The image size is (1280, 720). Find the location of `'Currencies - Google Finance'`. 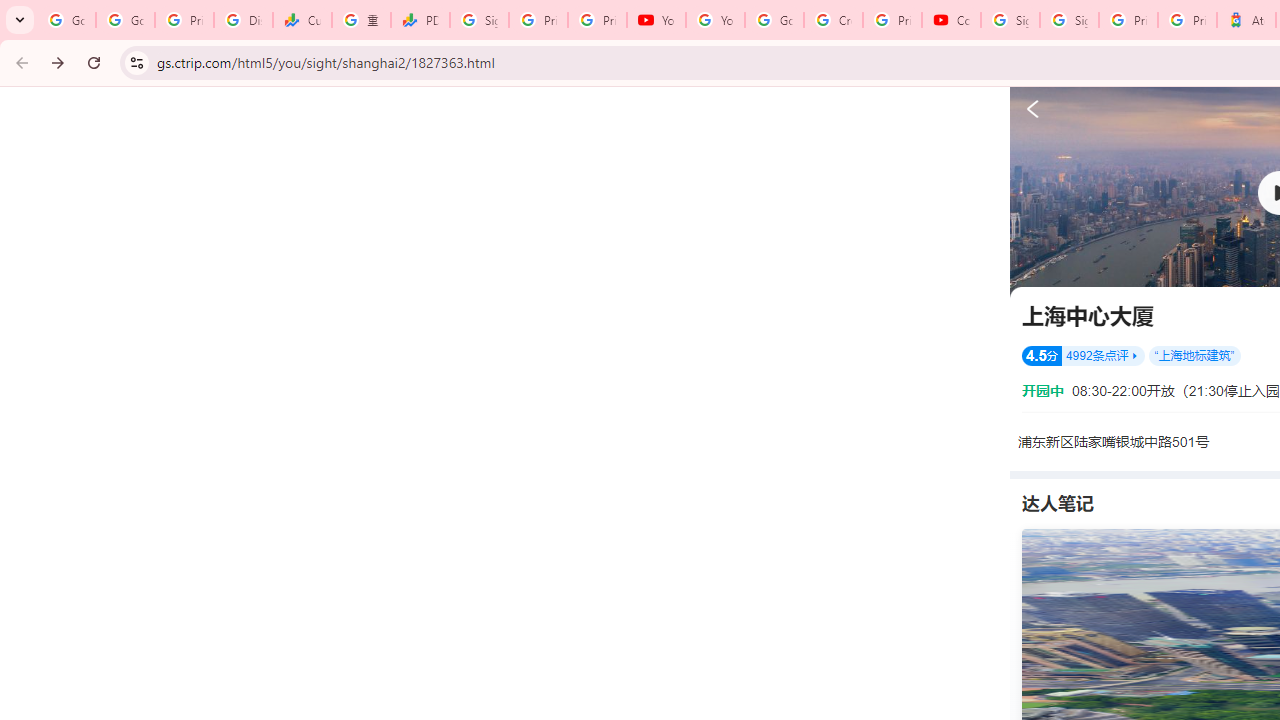

'Currencies - Google Finance' is located at coordinates (301, 20).